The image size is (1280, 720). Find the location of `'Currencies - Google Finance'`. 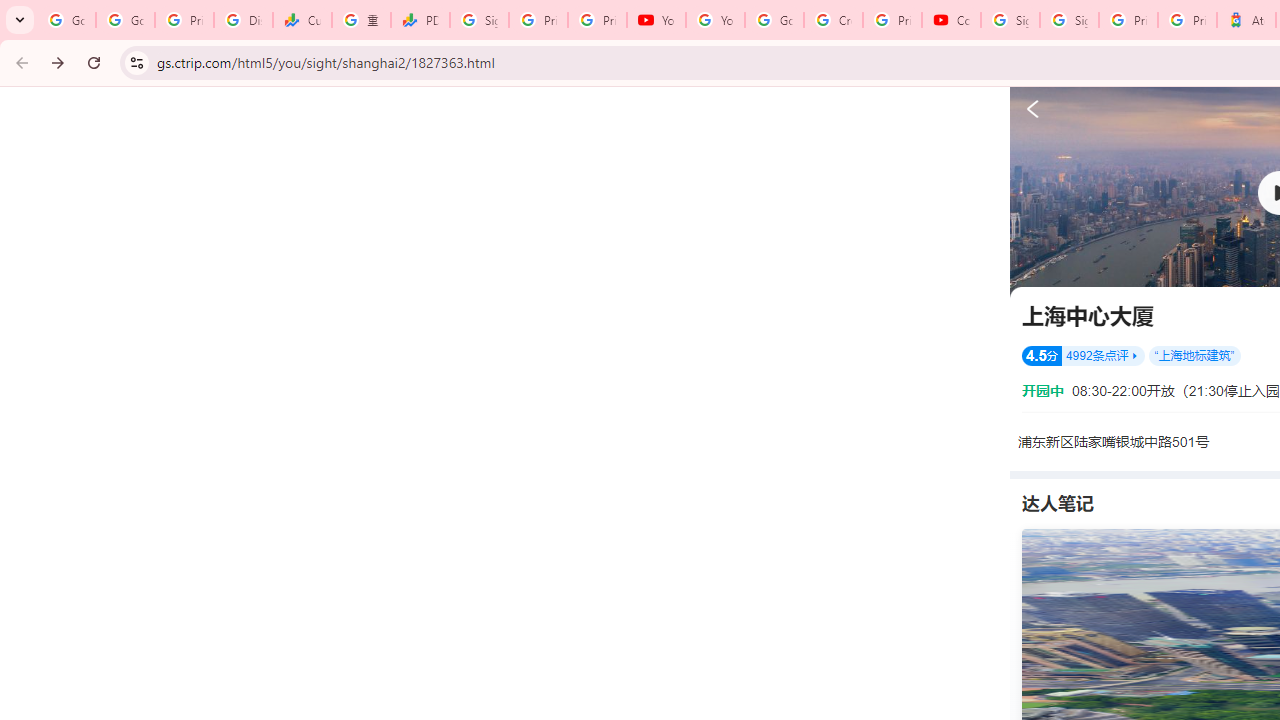

'Currencies - Google Finance' is located at coordinates (301, 20).